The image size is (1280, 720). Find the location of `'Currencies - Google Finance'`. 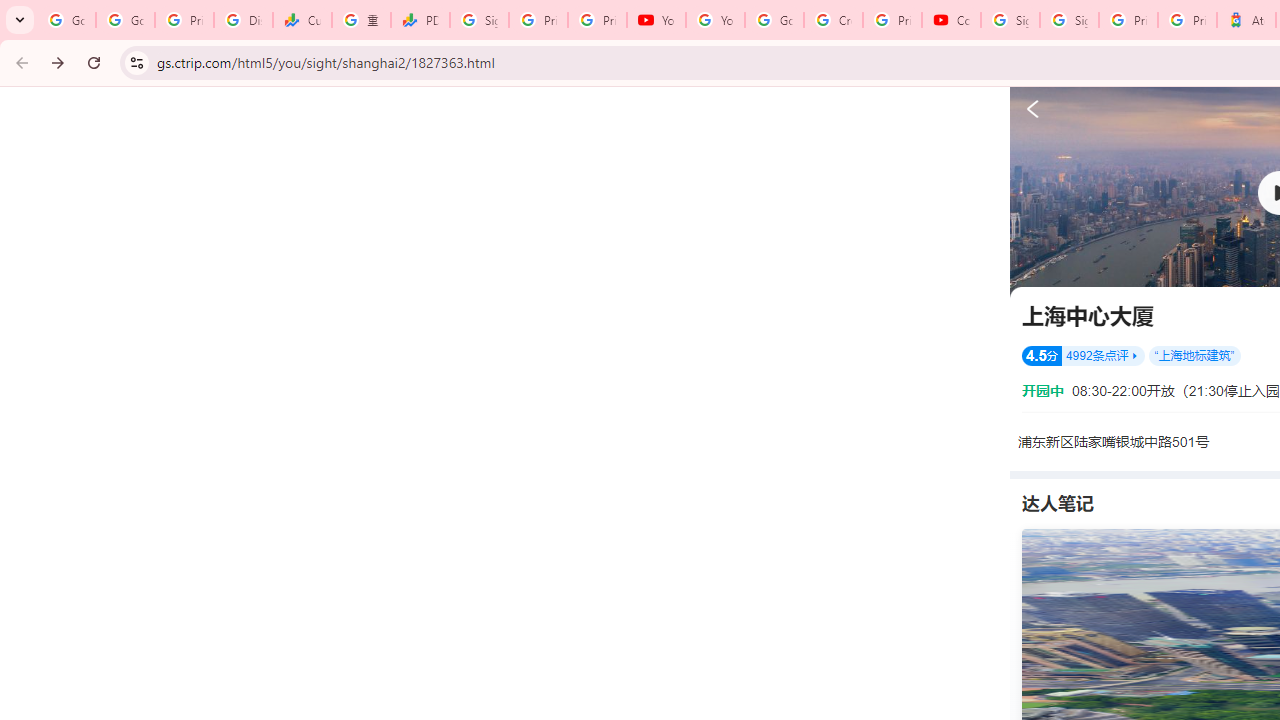

'Currencies - Google Finance' is located at coordinates (301, 20).